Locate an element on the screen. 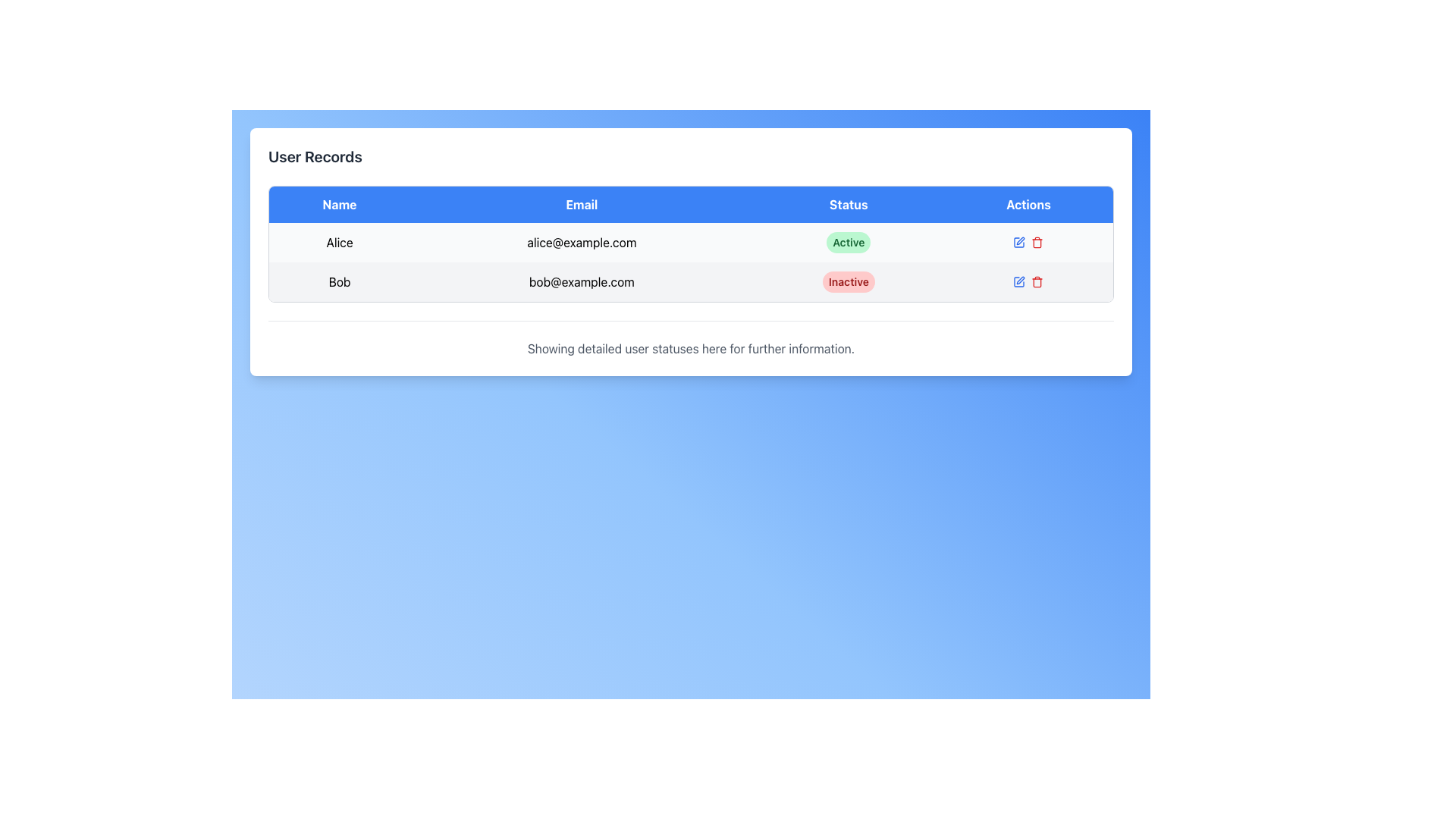  the blue icon in the Action control group located in the last column under the 'Actions' header of the second row in the user records table, aligned with the email 'bob@example.com' and the status 'Inactive' is located at coordinates (1028, 281).